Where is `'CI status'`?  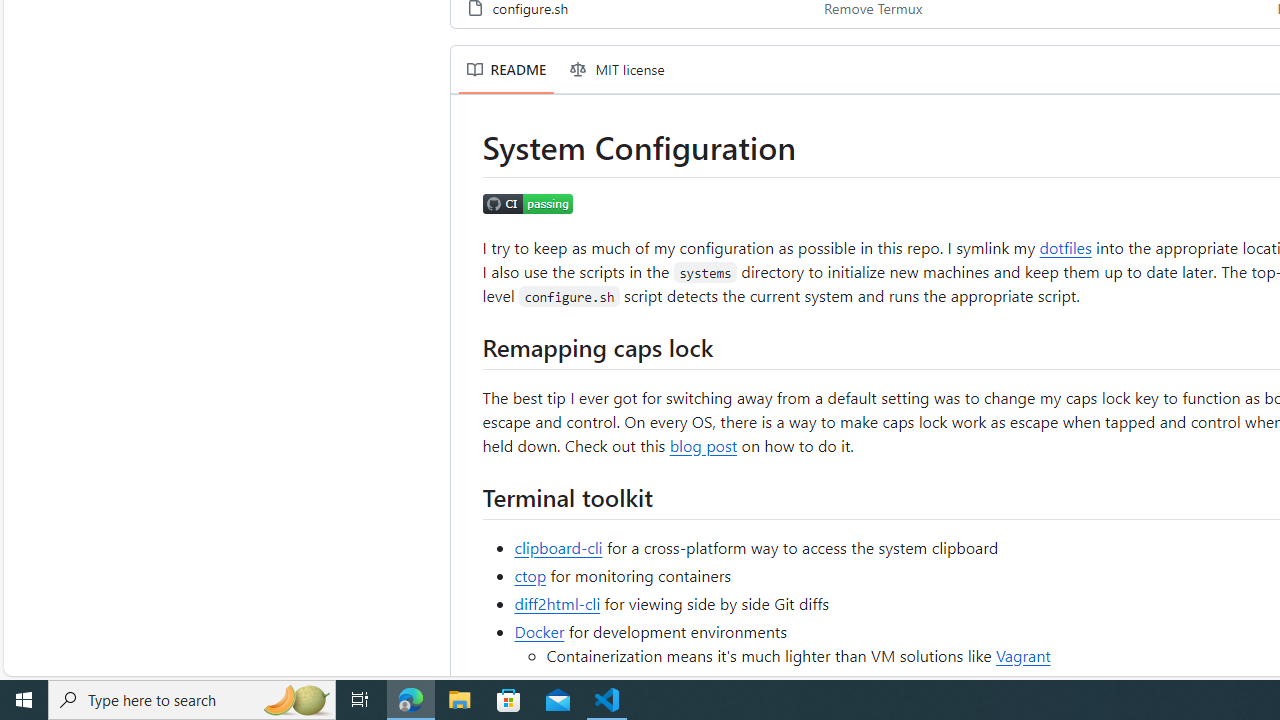 'CI status' is located at coordinates (528, 205).